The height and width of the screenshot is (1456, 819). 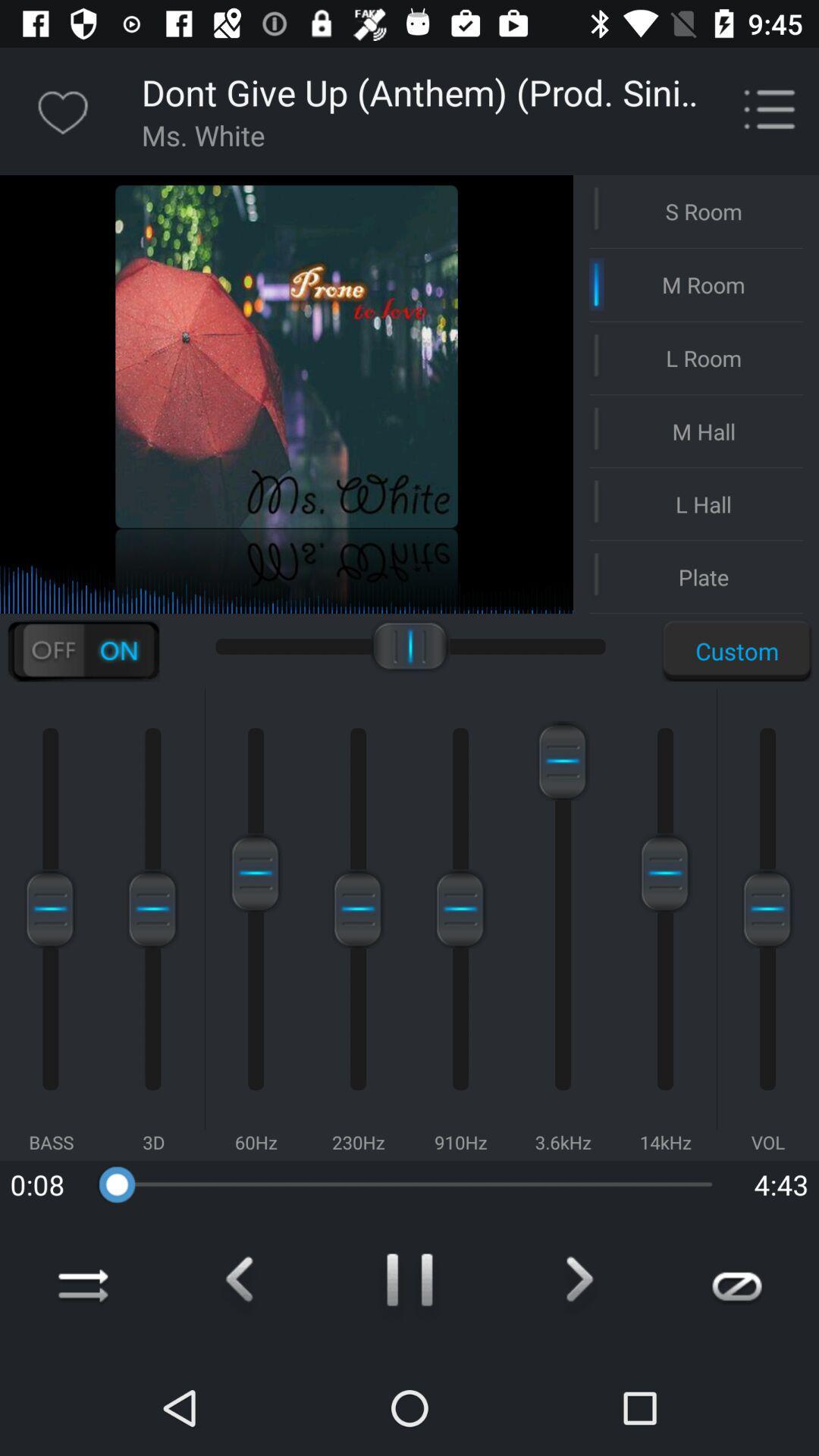 What do you see at coordinates (573, 1283) in the screenshot?
I see `the arrow_forward icon` at bounding box center [573, 1283].